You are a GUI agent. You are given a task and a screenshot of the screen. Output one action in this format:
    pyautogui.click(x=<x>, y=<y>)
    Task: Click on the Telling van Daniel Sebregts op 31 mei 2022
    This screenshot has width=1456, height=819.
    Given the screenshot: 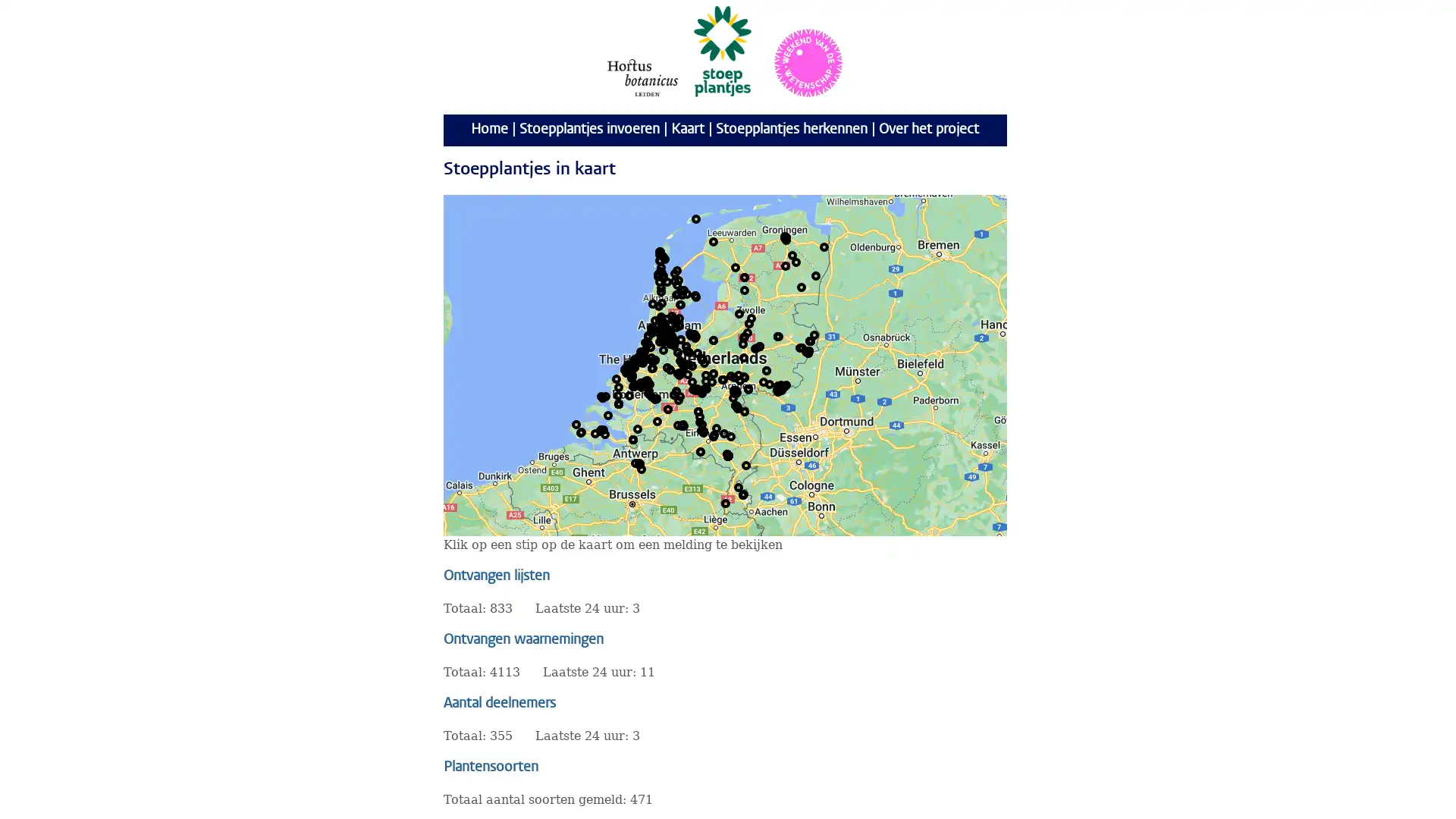 What is the action you would take?
    pyautogui.click(x=619, y=403)
    